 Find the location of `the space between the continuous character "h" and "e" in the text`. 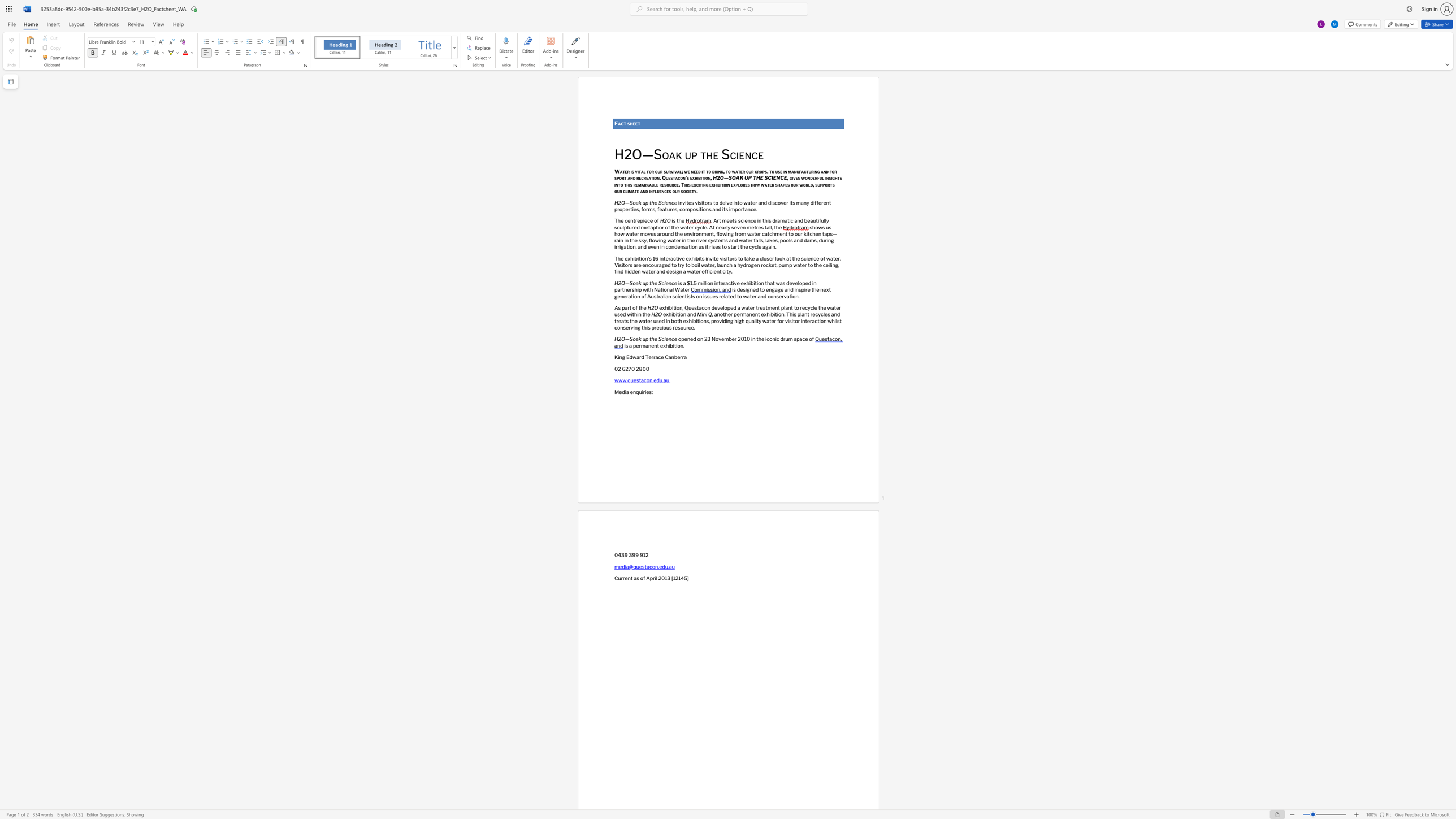

the space between the continuous character "h" and "e" in the text is located at coordinates (632, 123).